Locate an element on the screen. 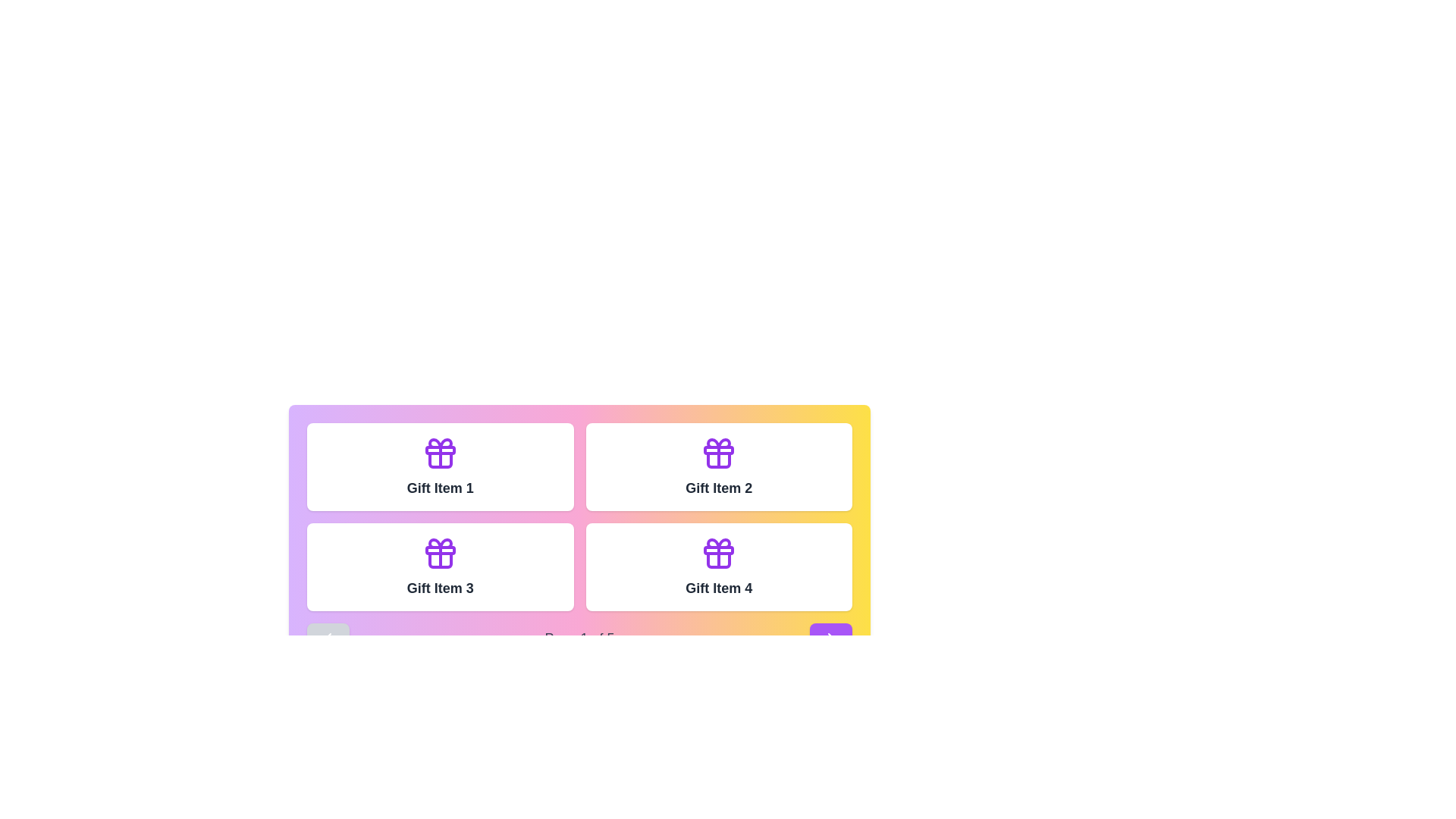 The width and height of the screenshot is (1456, 819). the purple rounded button containing the forward vector graphic icon is located at coordinates (830, 638).